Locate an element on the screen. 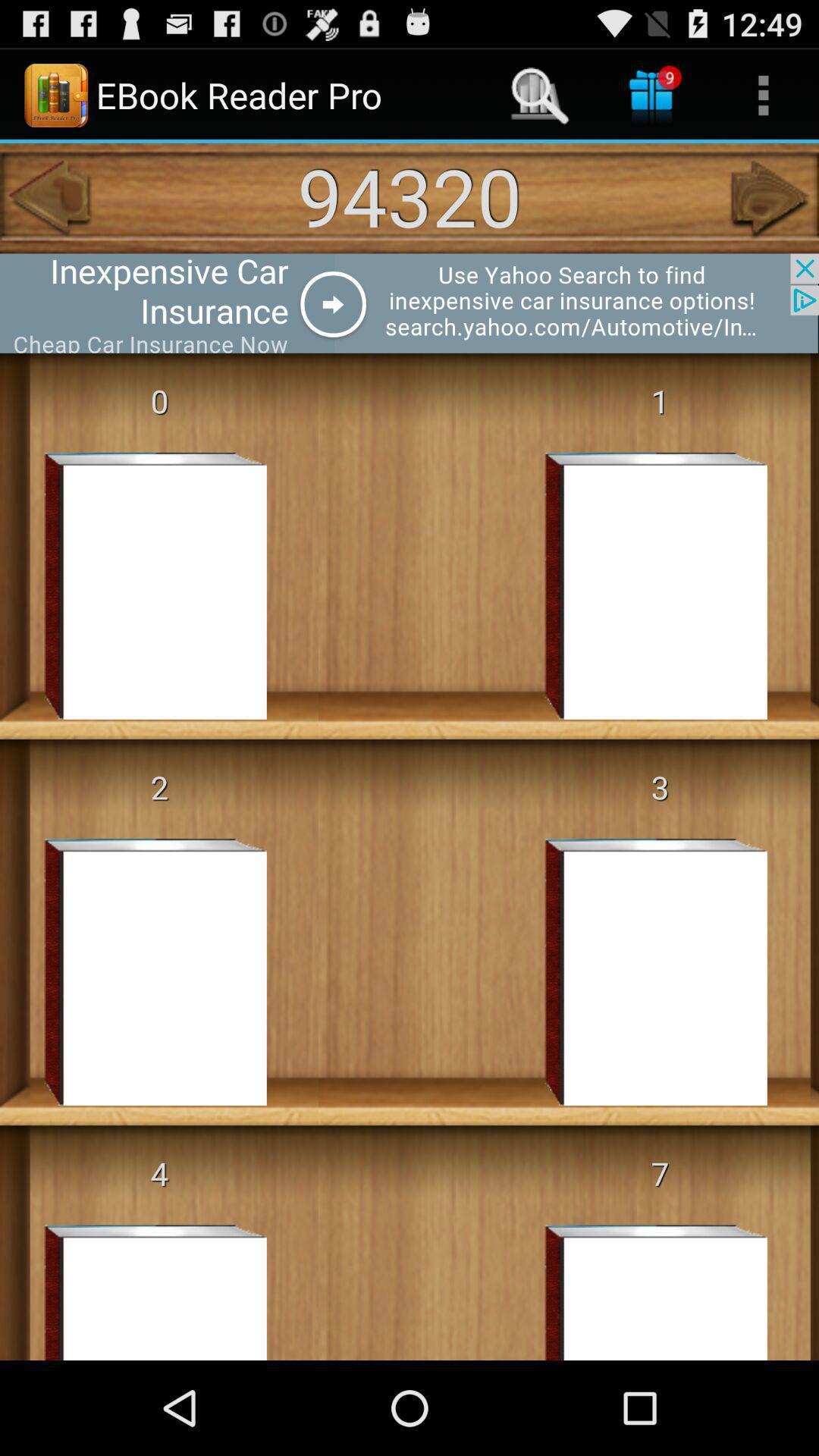  gifts at right side of search icon is located at coordinates (651, 94).